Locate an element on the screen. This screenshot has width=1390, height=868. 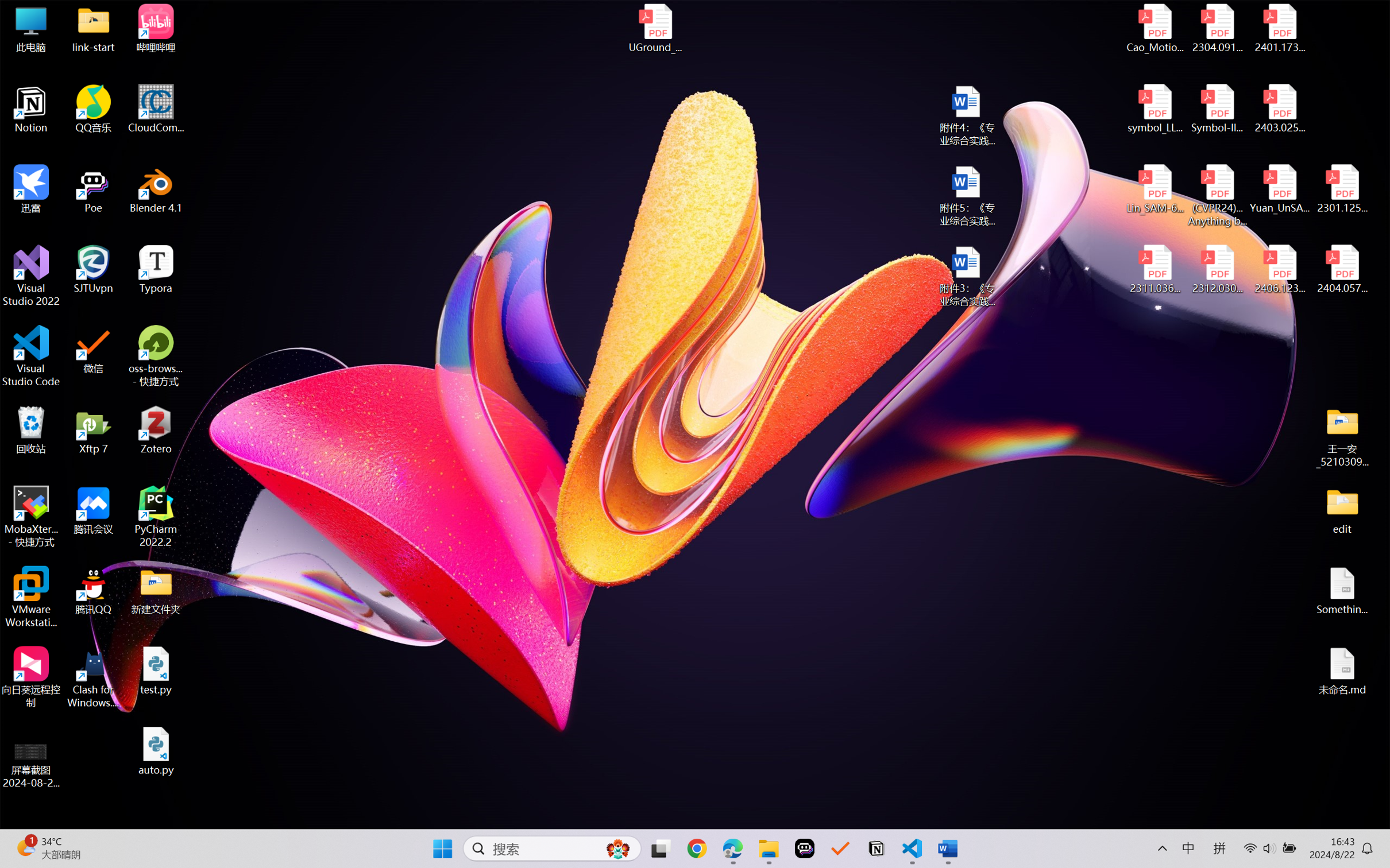
'(CVPR24)Matching Anything by Segmenting Anything.pdf' is located at coordinates (1217, 195).